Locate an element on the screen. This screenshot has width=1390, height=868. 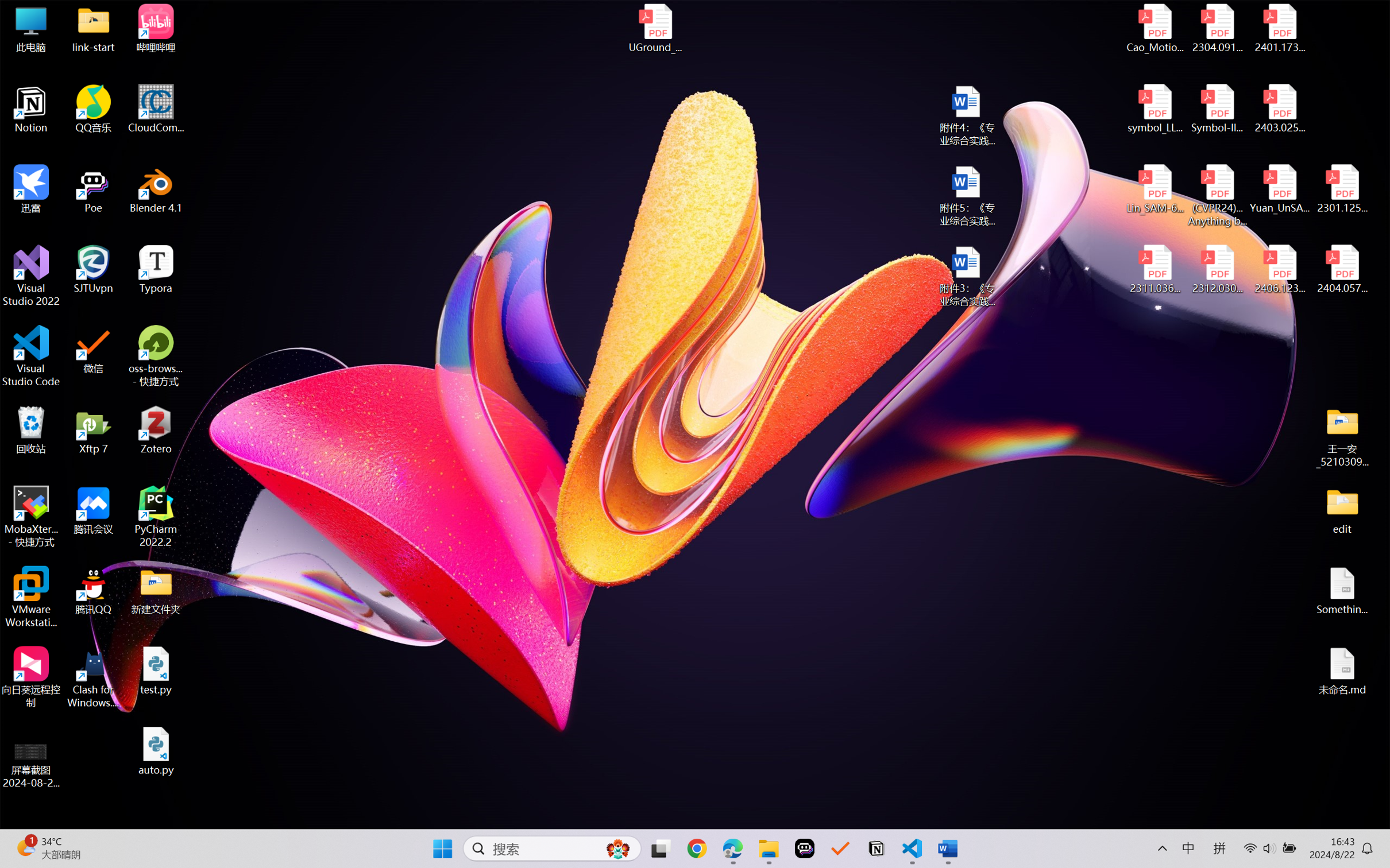
'(CVPR24)Matching Anything by Segmenting Anything.pdf' is located at coordinates (1217, 195).